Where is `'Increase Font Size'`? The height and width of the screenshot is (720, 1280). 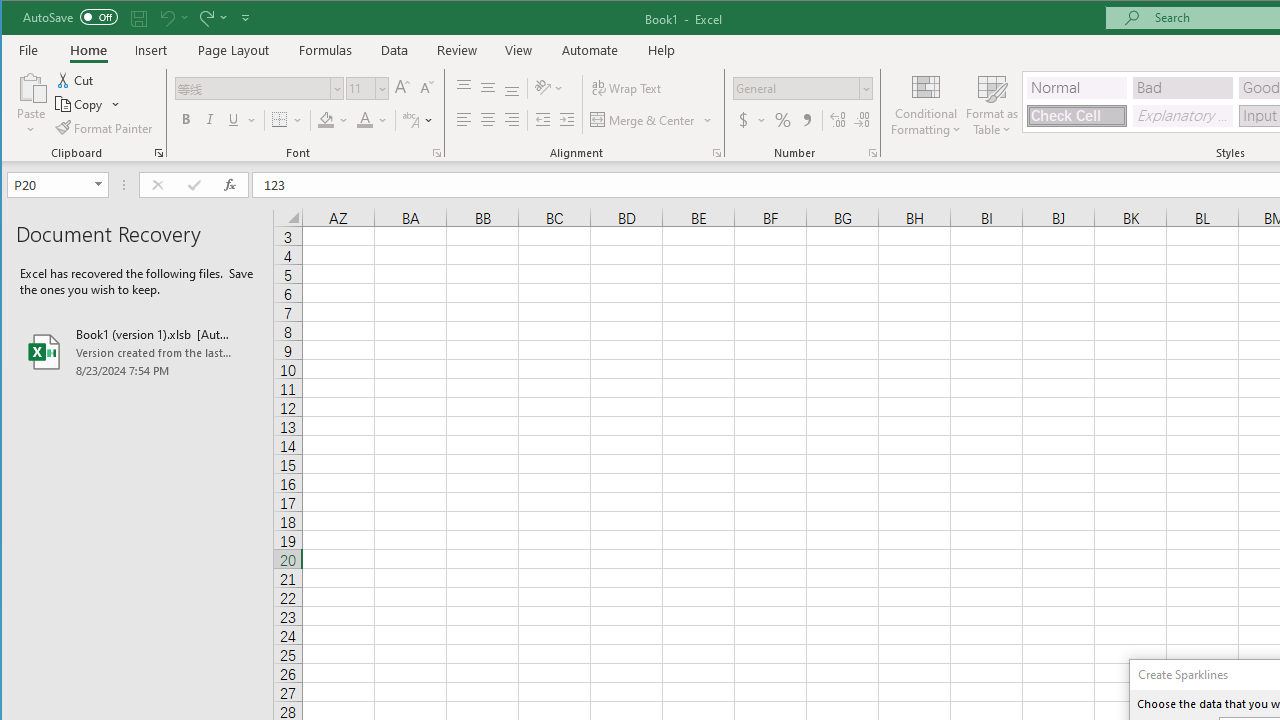 'Increase Font Size' is located at coordinates (400, 87).